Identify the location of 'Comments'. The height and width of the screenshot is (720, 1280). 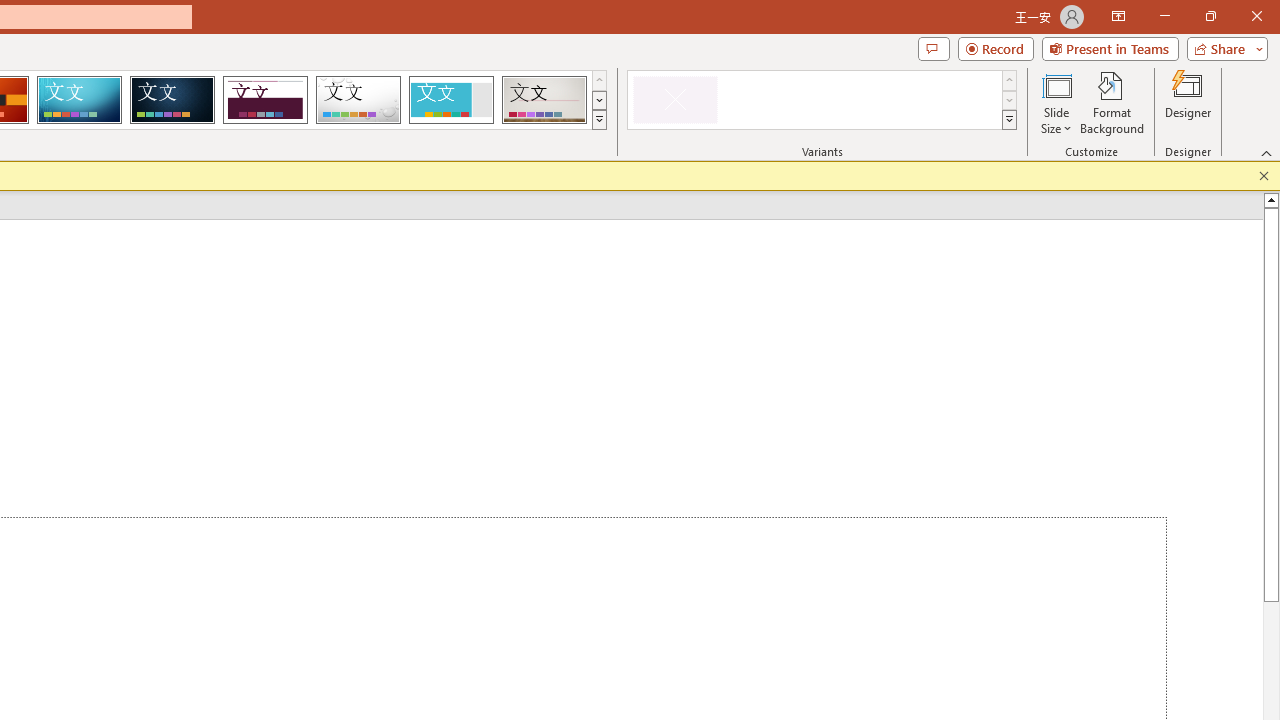
(932, 47).